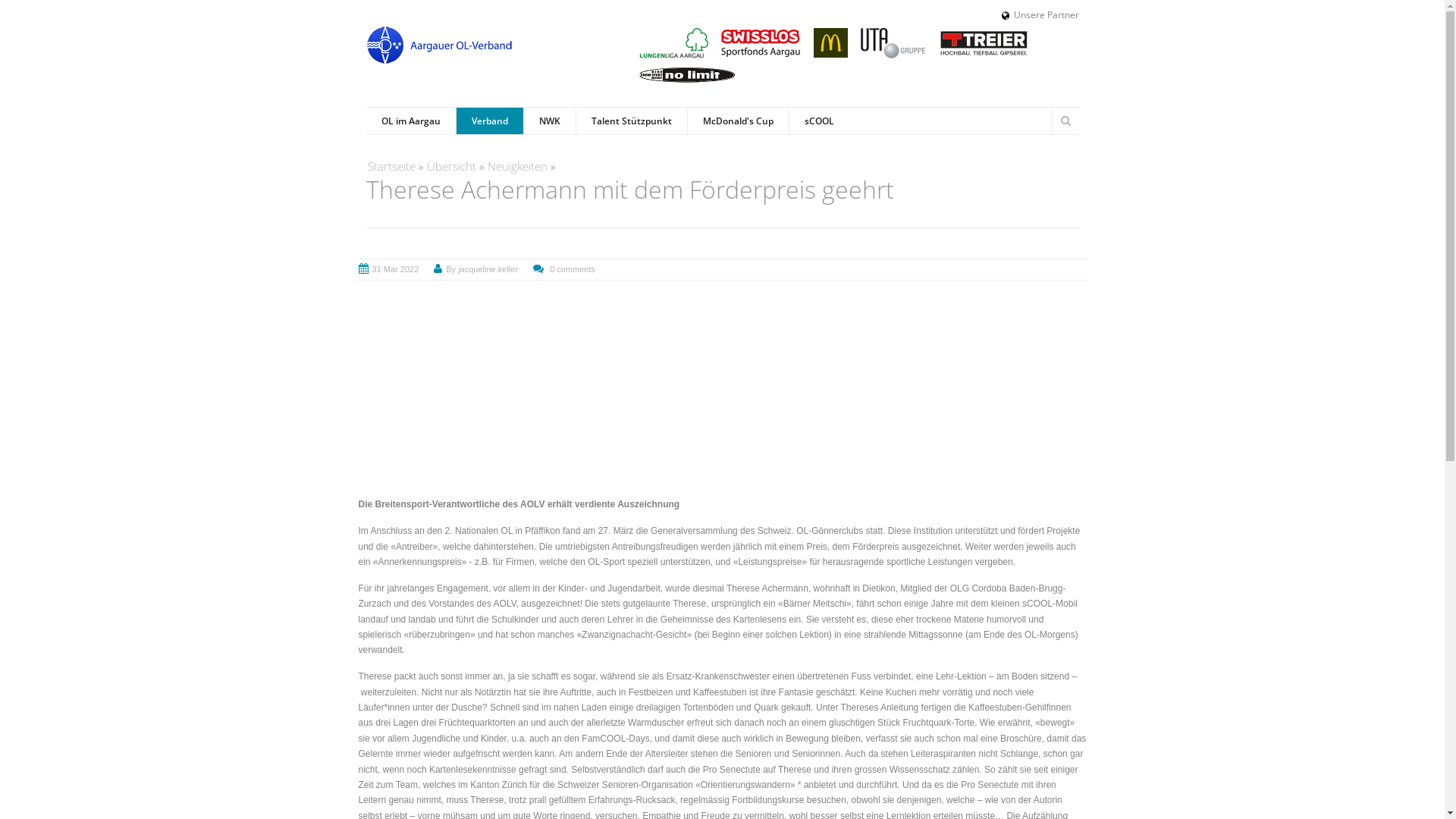  I want to click on 'Verband', so click(488, 120).